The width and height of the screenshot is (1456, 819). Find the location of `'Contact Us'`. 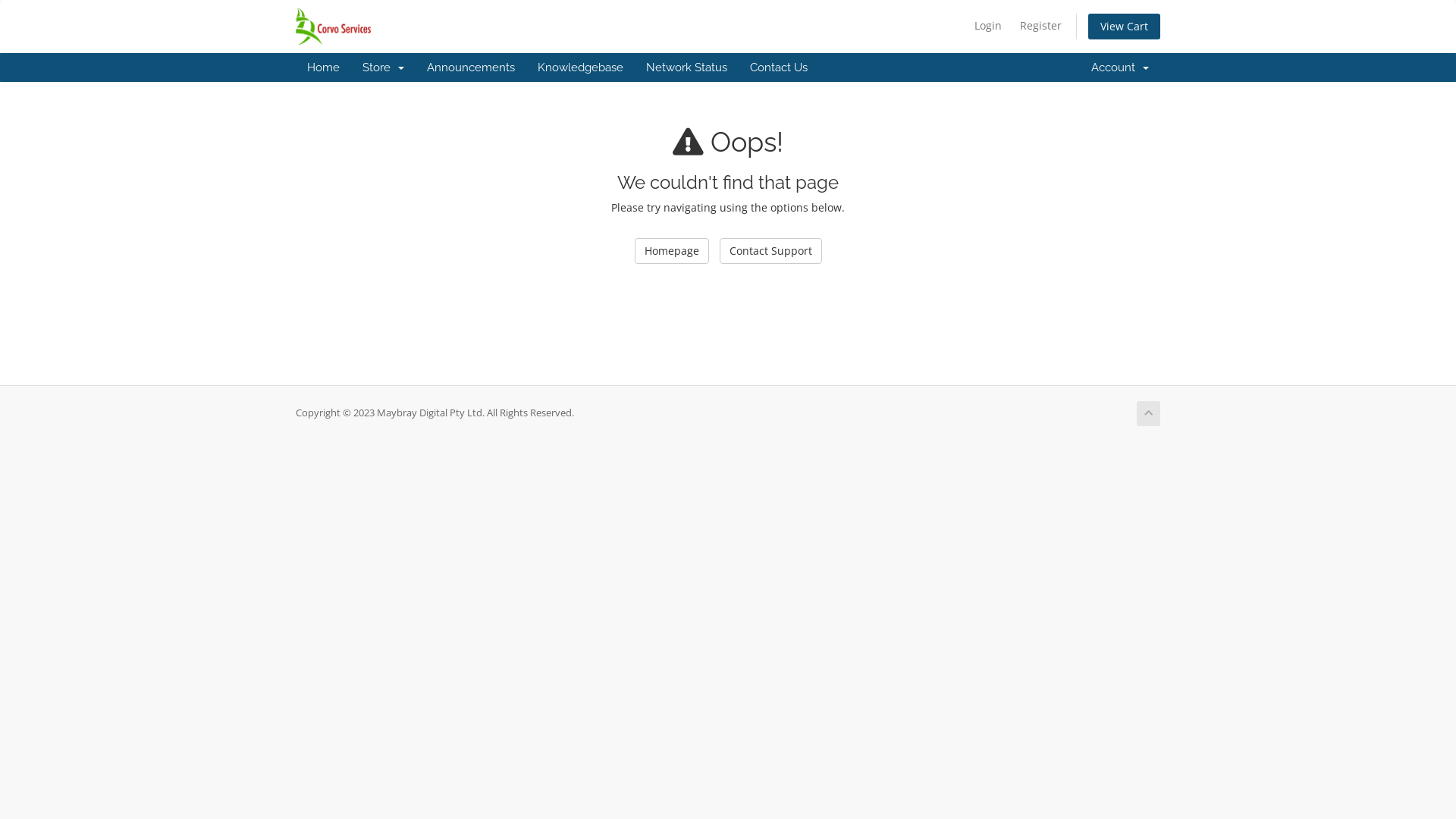

'Contact Us' is located at coordinates (779, 66).